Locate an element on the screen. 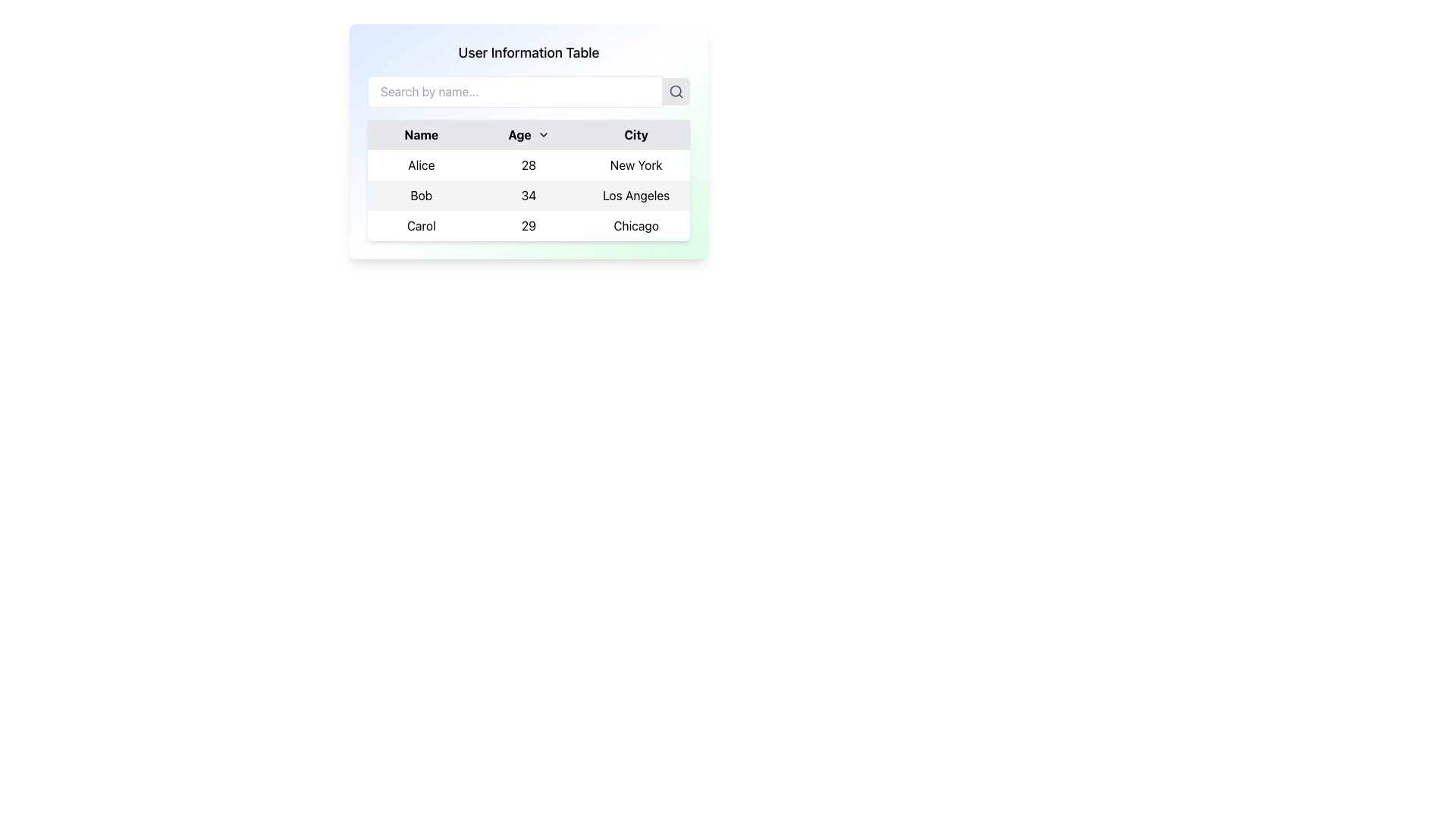  the circular body of the magnifying glass icon located in the top-right corner of the interface, which is used for search functionalities is located at coordinates (675, 91).